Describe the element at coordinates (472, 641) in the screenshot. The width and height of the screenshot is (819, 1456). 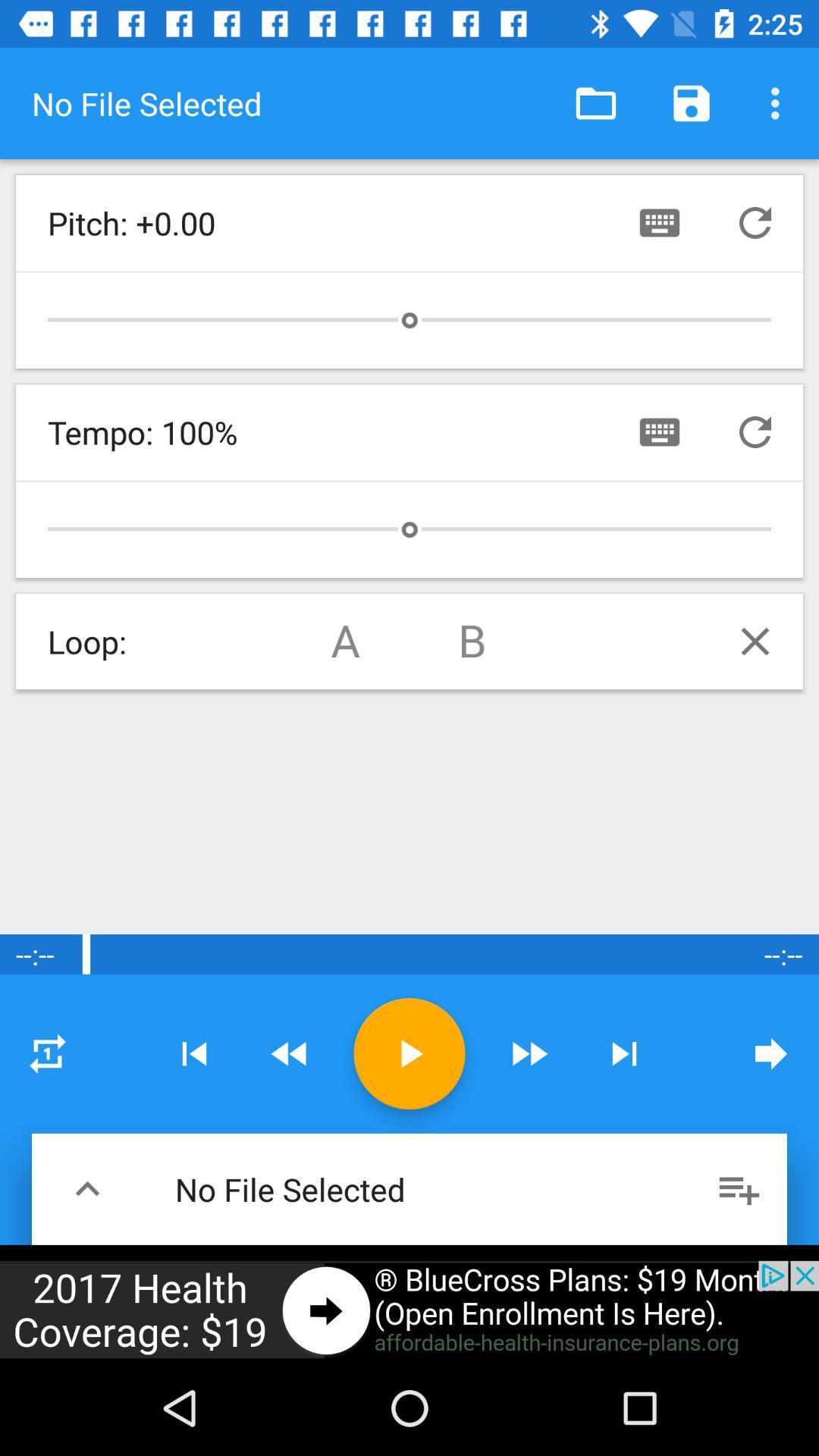
I see `loop b` at that location.